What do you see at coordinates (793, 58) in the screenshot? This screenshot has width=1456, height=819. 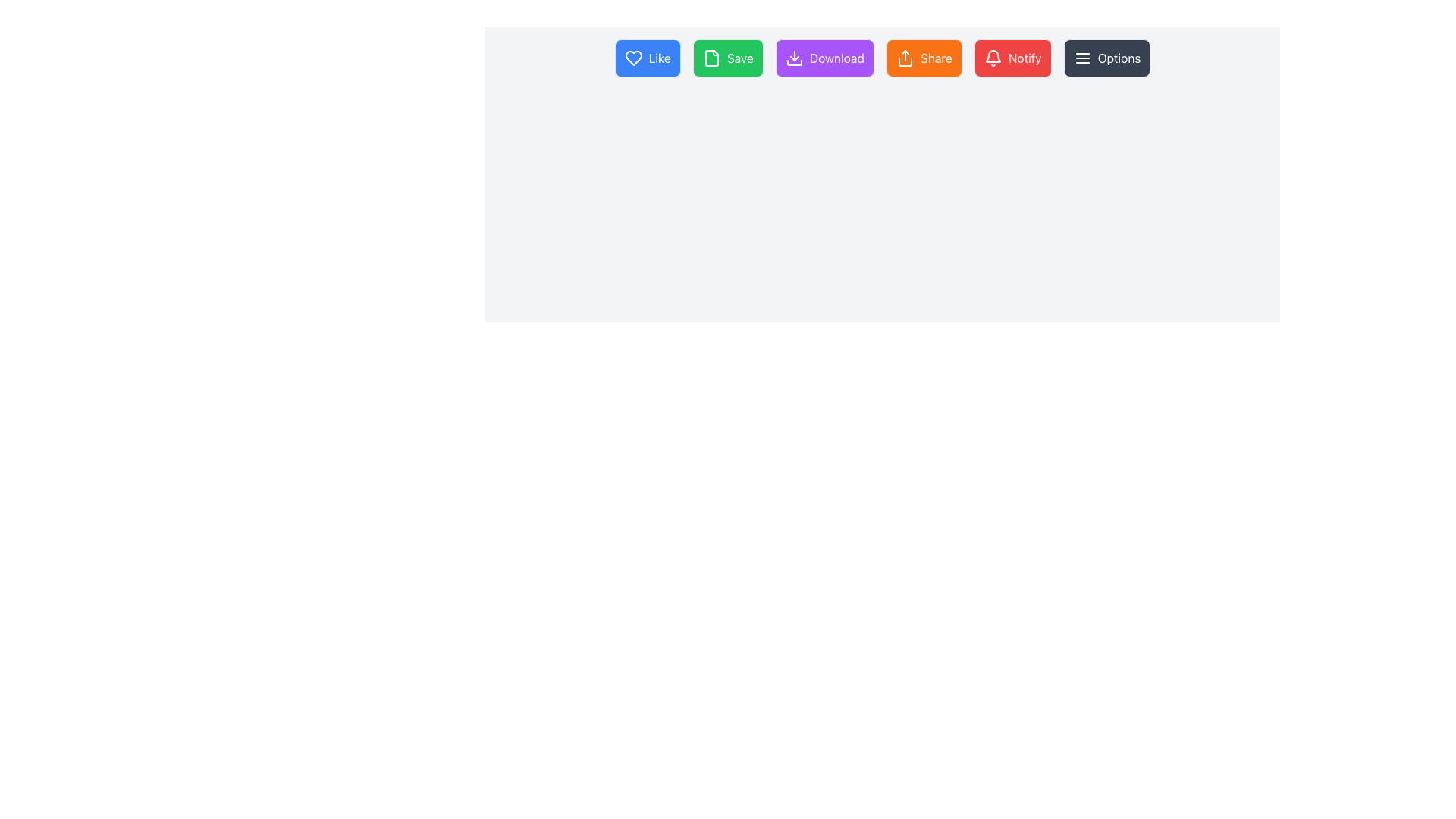 I see `the download icon, which is represented by a downward arrow with a horizontal line below it, part of the 'Download' button styled with a purple background and white text` at bounding box center [793, 58].